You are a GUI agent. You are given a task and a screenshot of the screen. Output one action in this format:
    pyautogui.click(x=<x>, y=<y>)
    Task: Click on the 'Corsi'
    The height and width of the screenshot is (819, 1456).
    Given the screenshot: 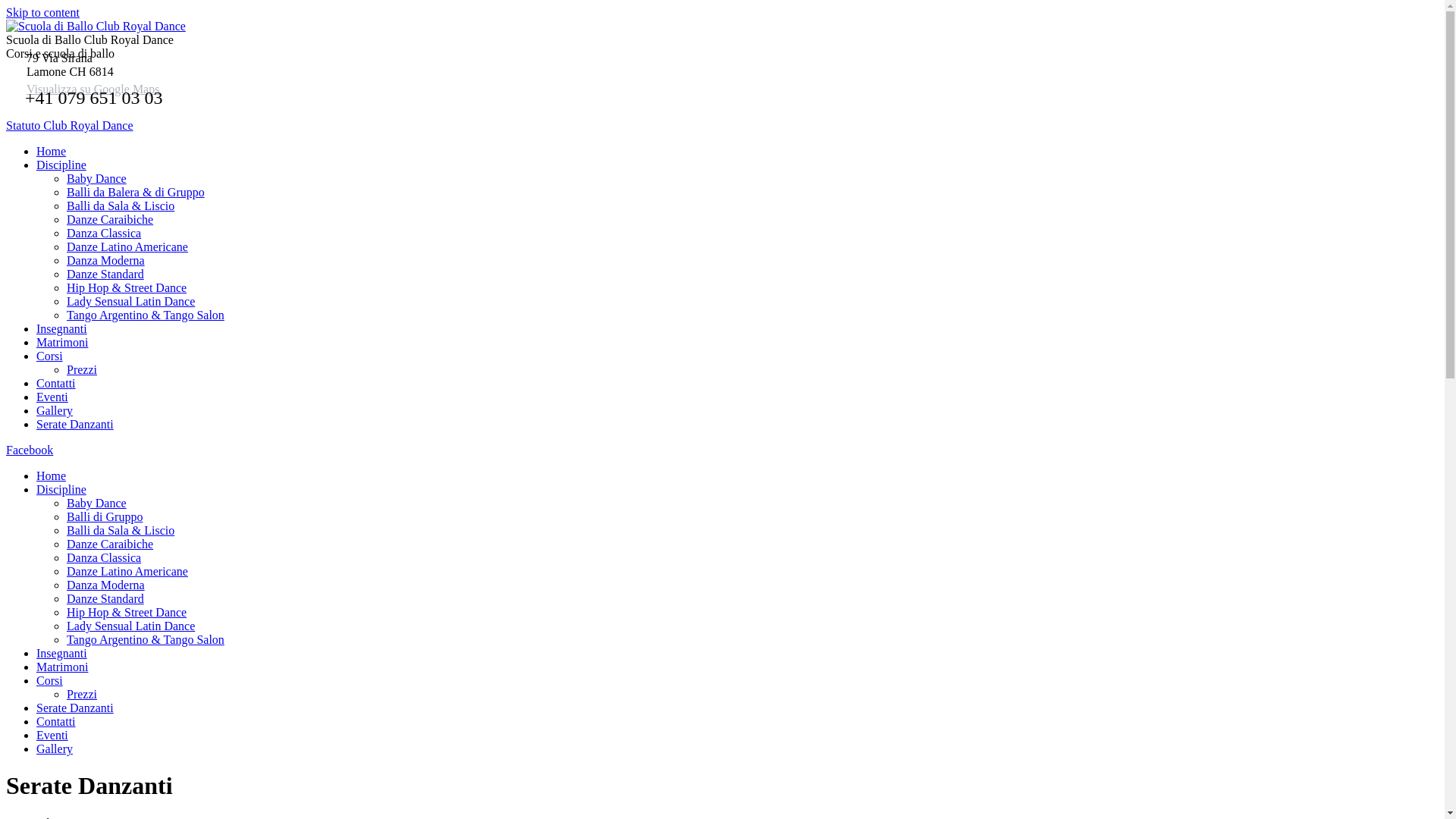 What is the action you would take?
    pyautogui.click(x=49, y=679)
    